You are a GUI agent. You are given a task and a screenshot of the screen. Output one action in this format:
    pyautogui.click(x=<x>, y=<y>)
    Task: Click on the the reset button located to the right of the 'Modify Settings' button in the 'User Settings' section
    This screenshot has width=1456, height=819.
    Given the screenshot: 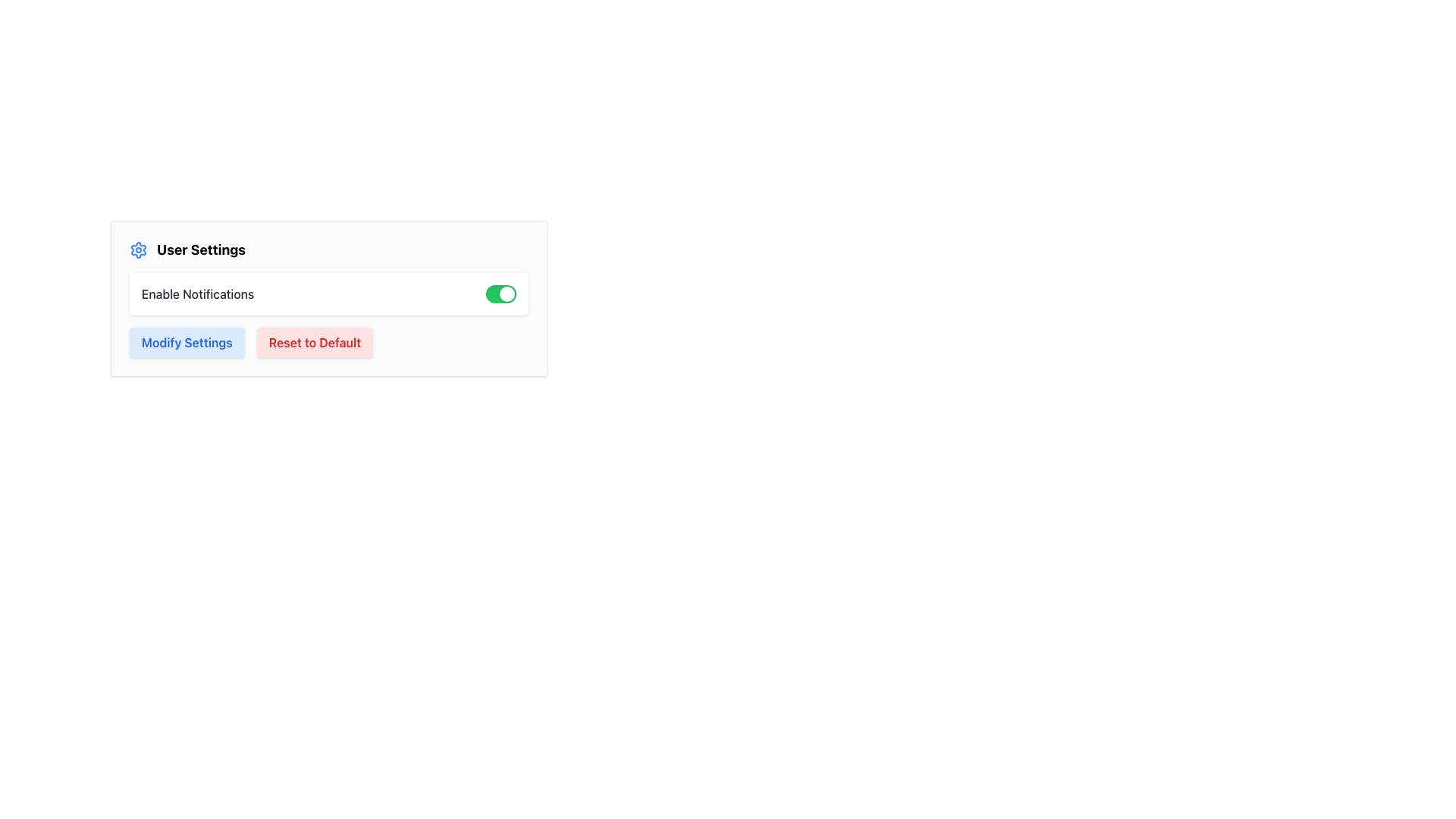 What is the action you would take?
    pyautogui.click(x=314, y=342)
    